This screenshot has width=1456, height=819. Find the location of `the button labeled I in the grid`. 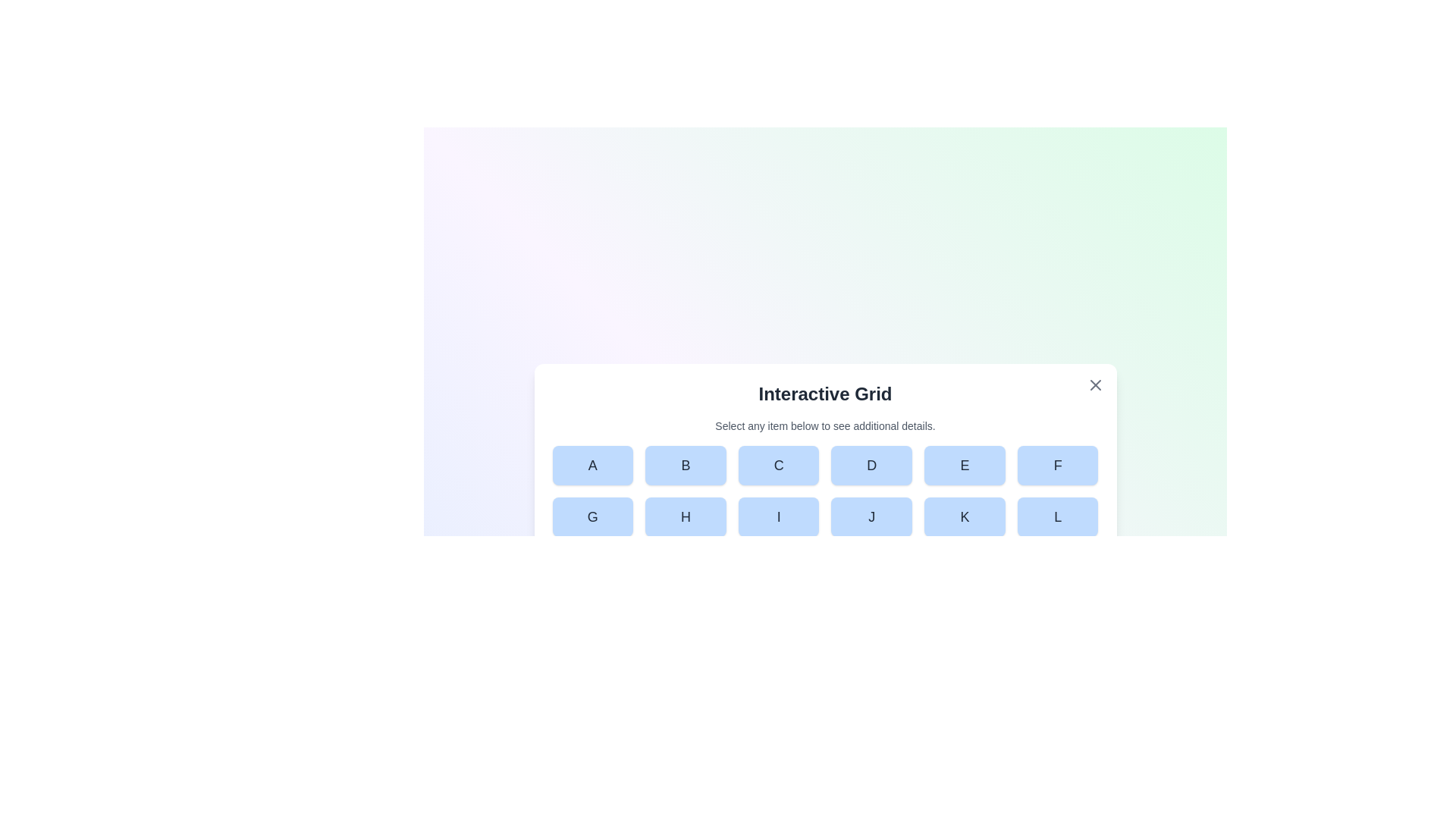

the button labeled I in the grid is located at coordinates (779, 516).